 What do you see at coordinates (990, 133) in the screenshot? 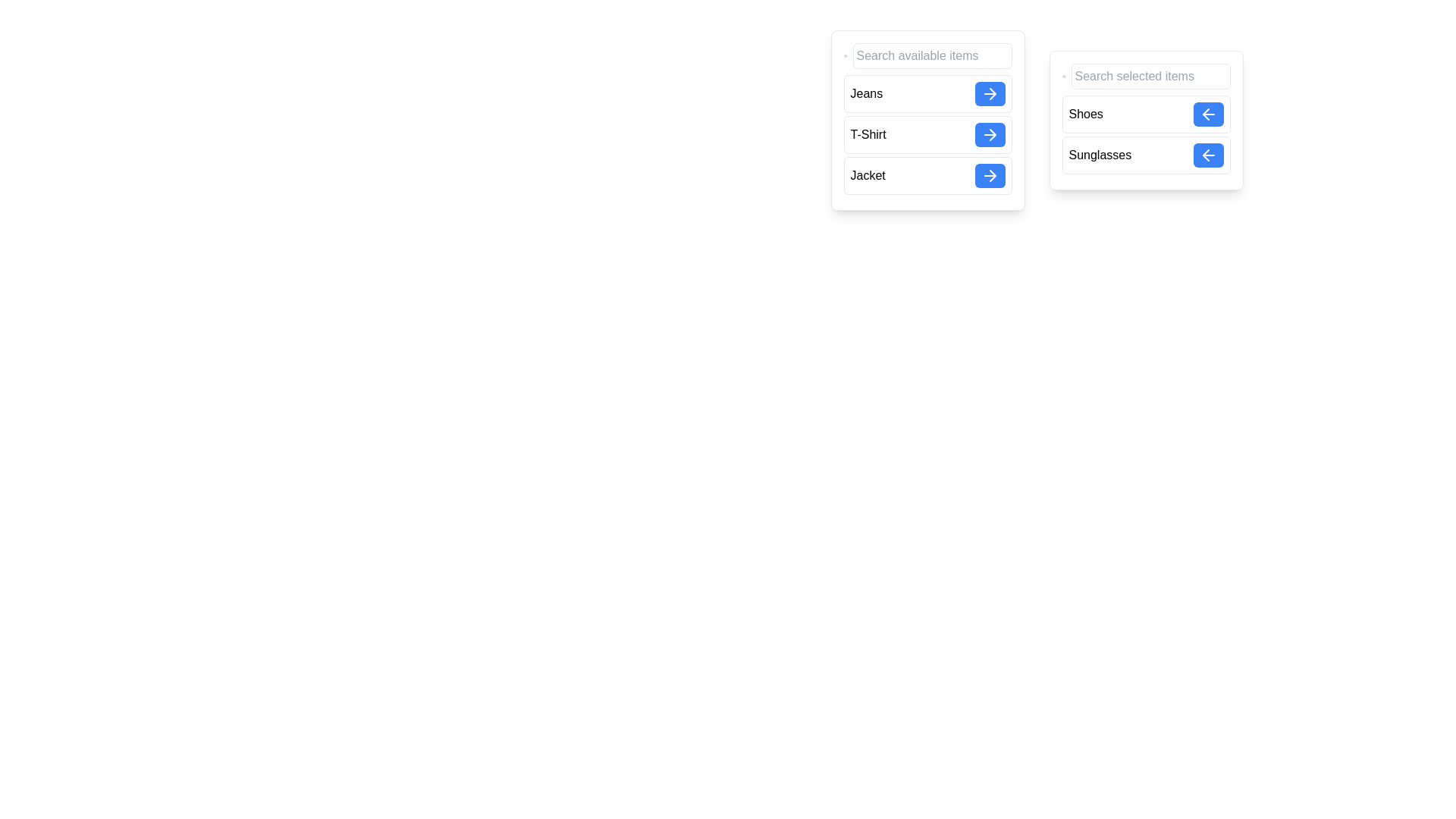
I see `the button located to the right of the 'T-Shirt' text in the item list` at bounding box center [990, 133].